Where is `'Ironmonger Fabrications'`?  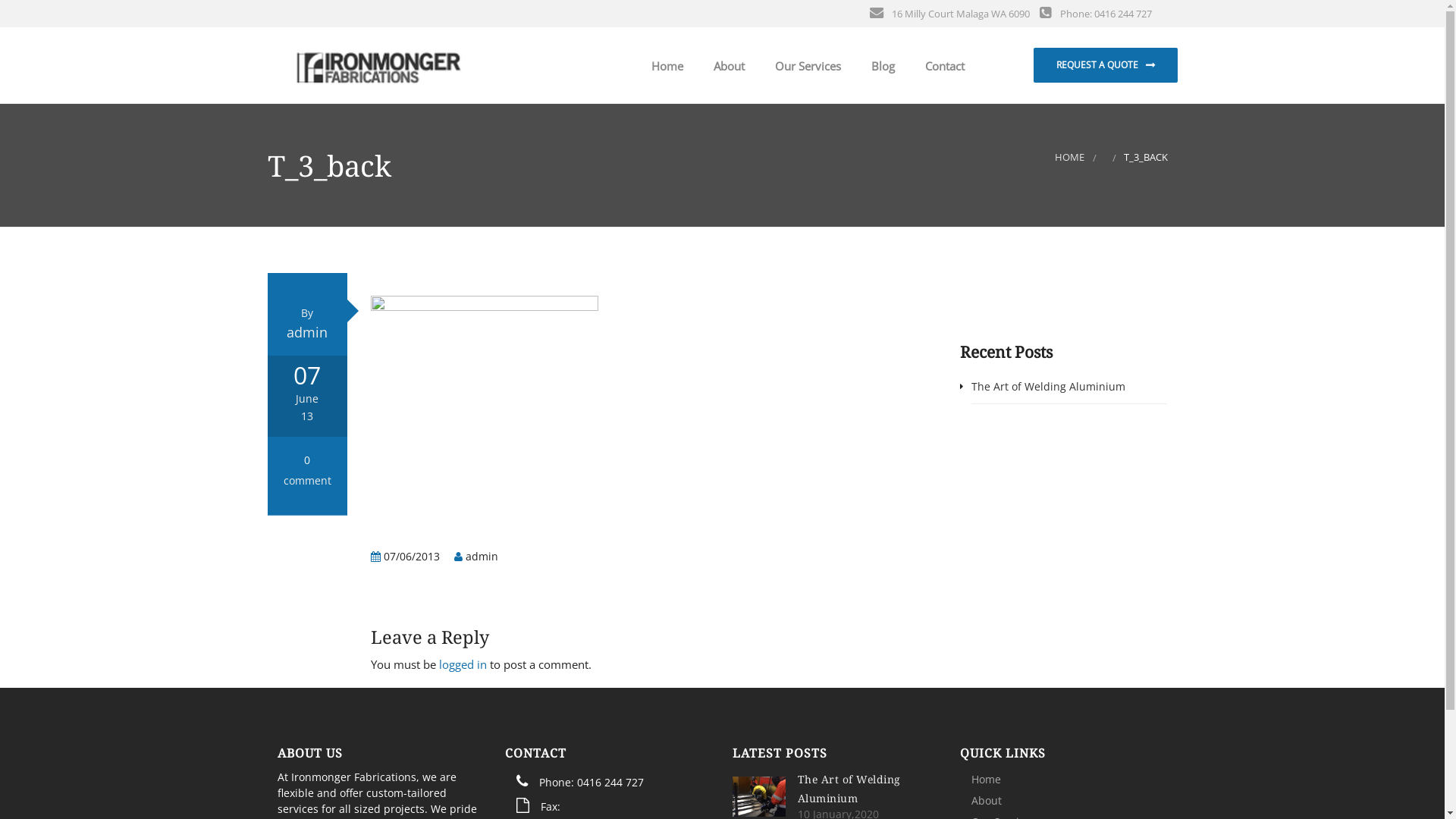 'Ironmonger Fabrications' is located at coordinates (378, 63).